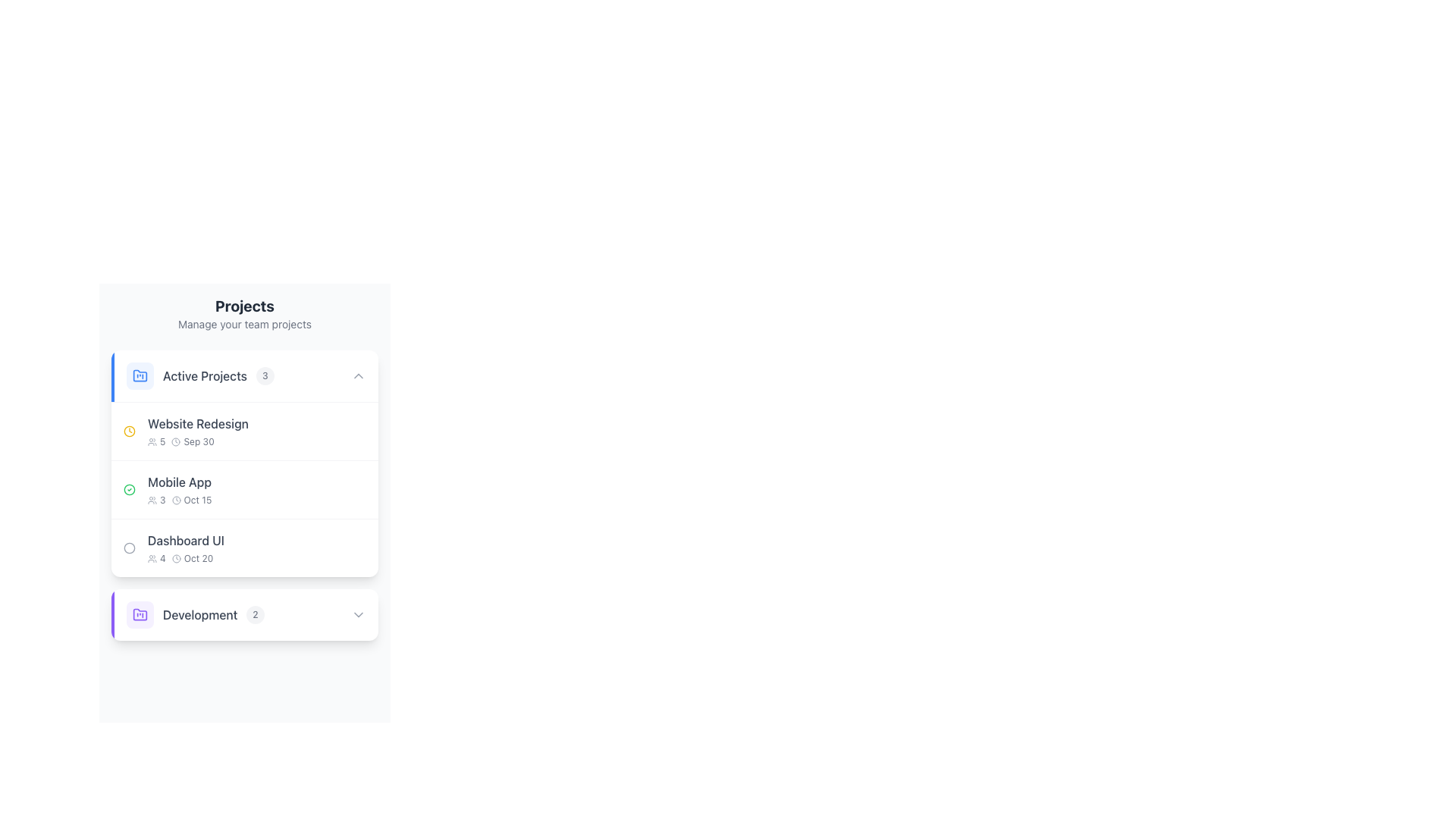 The width and height of the screenshot is (1456, 819). Describe the element at coordinates (244, 324) in the screenshot. I see `the descriptive label providing context for managing team projects, located directly beneath the 'Projects' title` at that location.